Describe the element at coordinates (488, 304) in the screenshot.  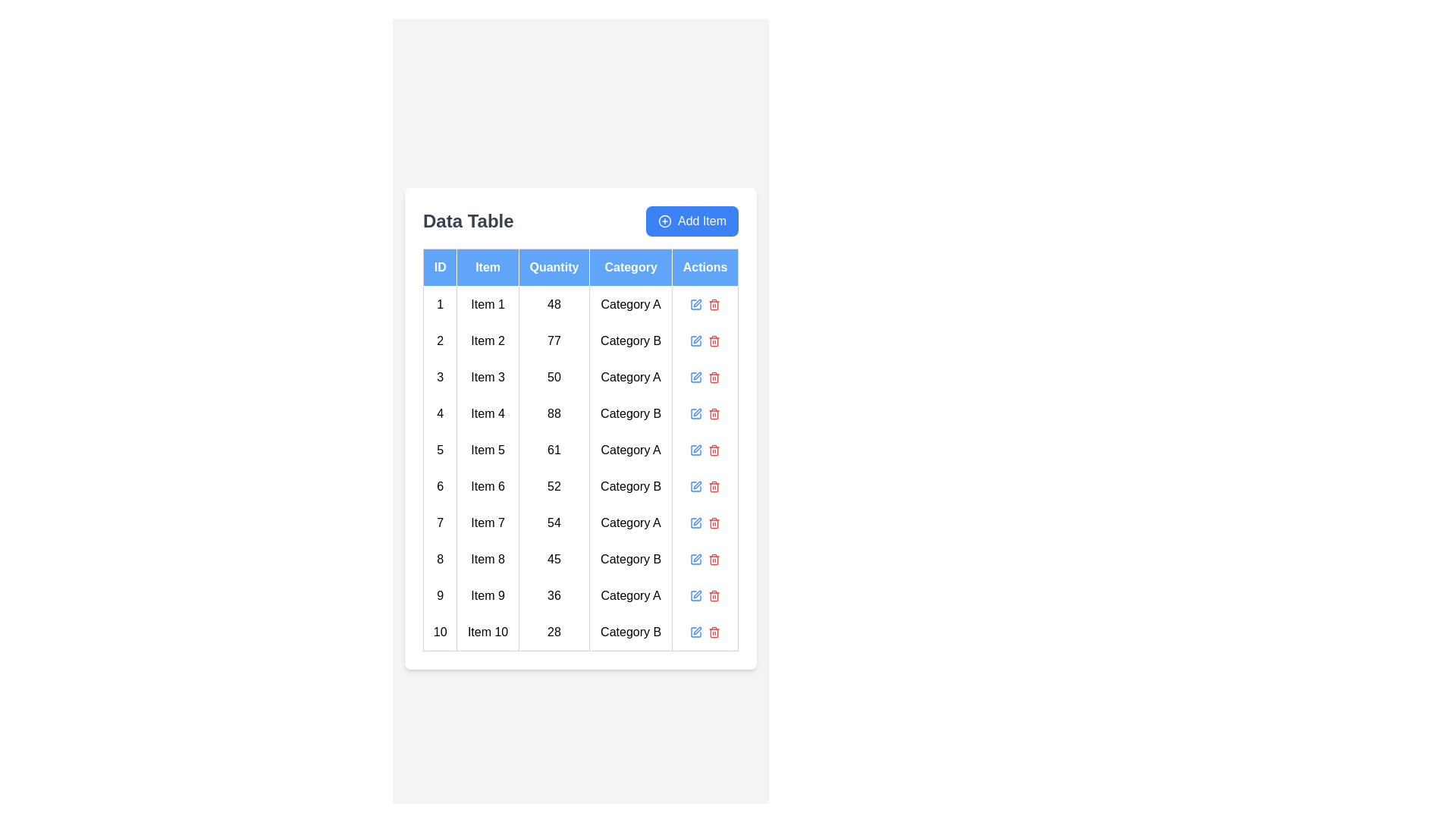
I see `the non-interactive text label in the second cell of the first row of the data table, which displays the name or description of an item` at that location.